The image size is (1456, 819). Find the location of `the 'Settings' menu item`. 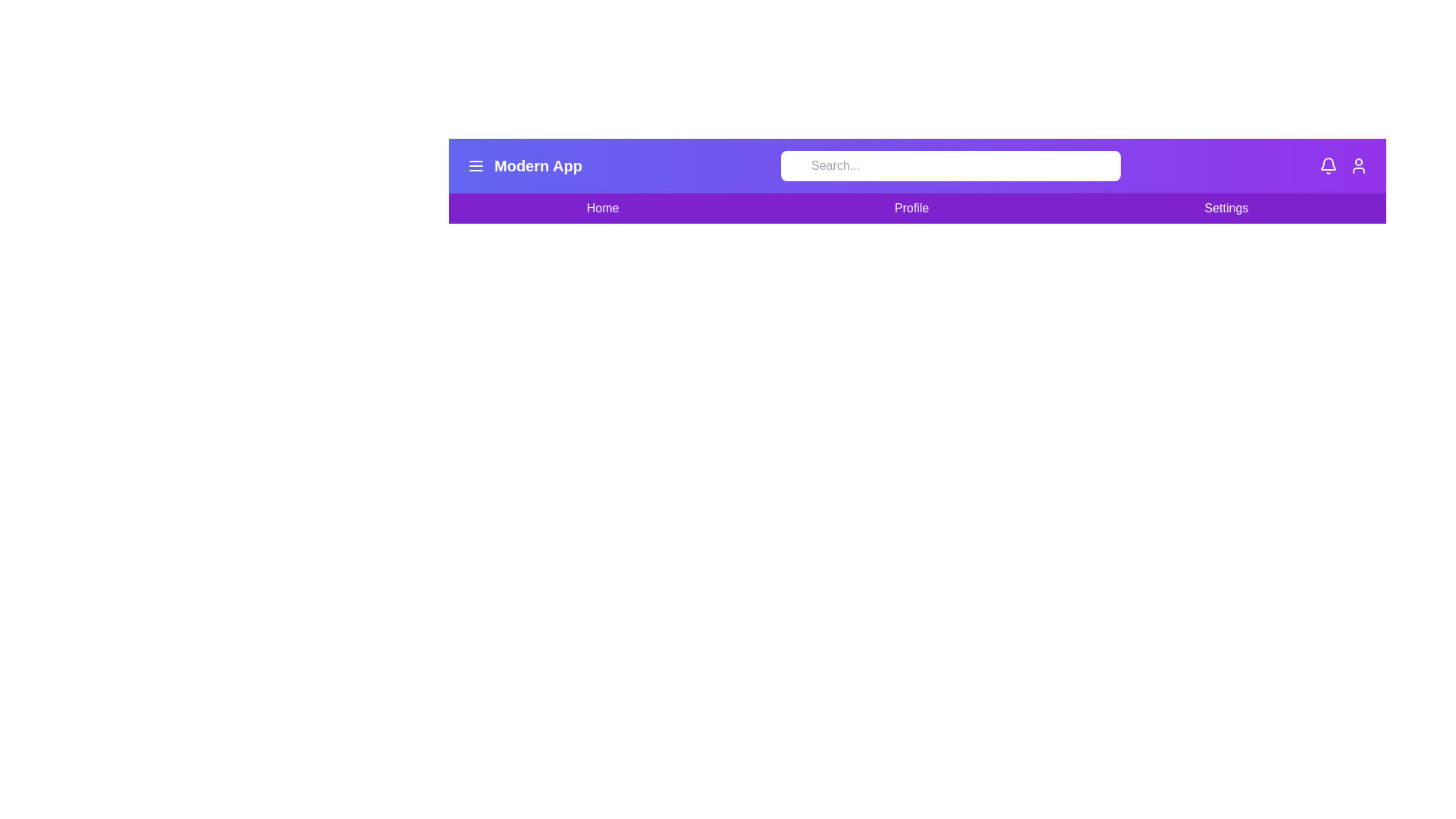

the 'Settings' menu item is located at coordinates (1226, 208).